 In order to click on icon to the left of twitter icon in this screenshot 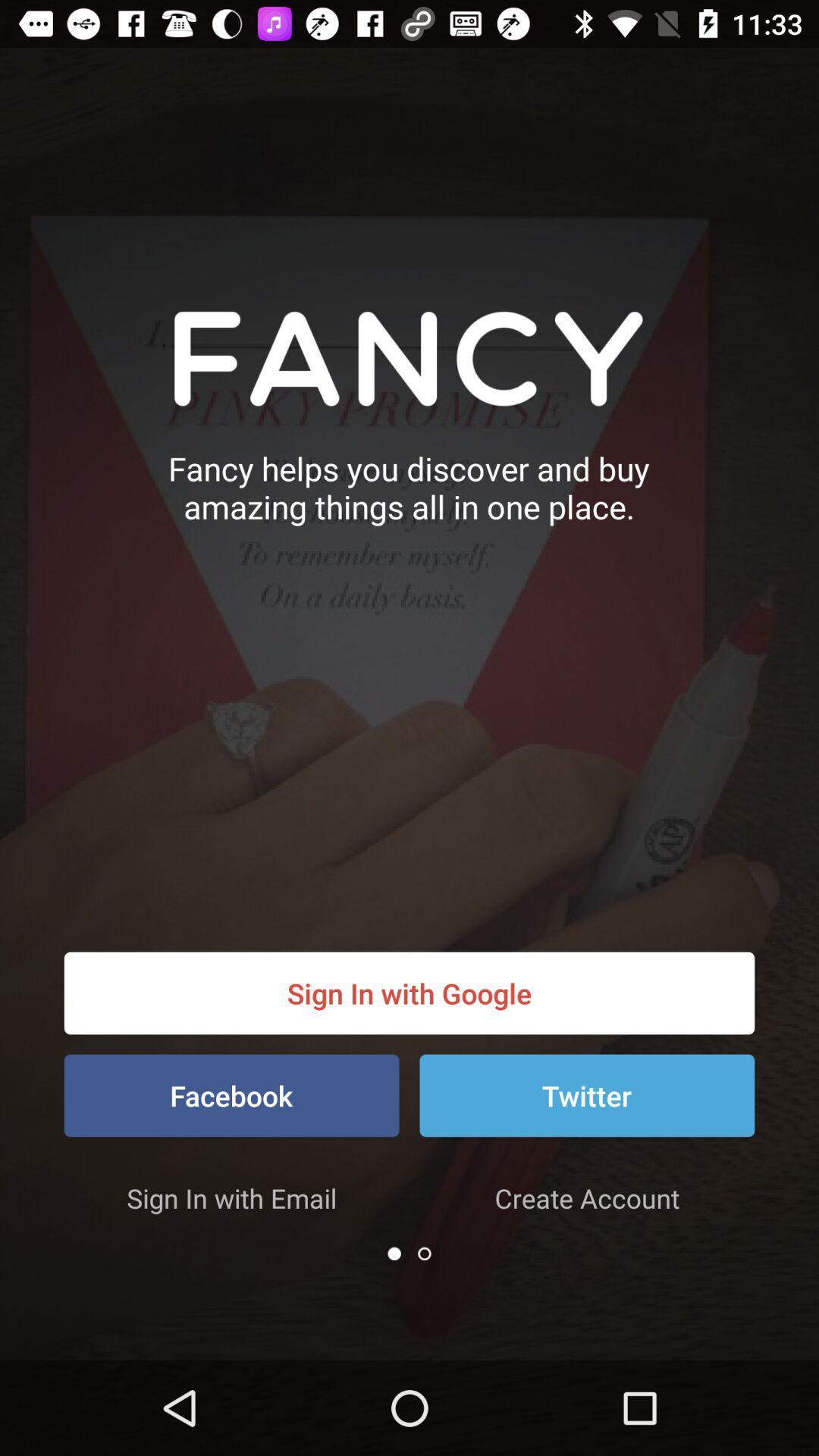, I will do `click(231, 1095)`.